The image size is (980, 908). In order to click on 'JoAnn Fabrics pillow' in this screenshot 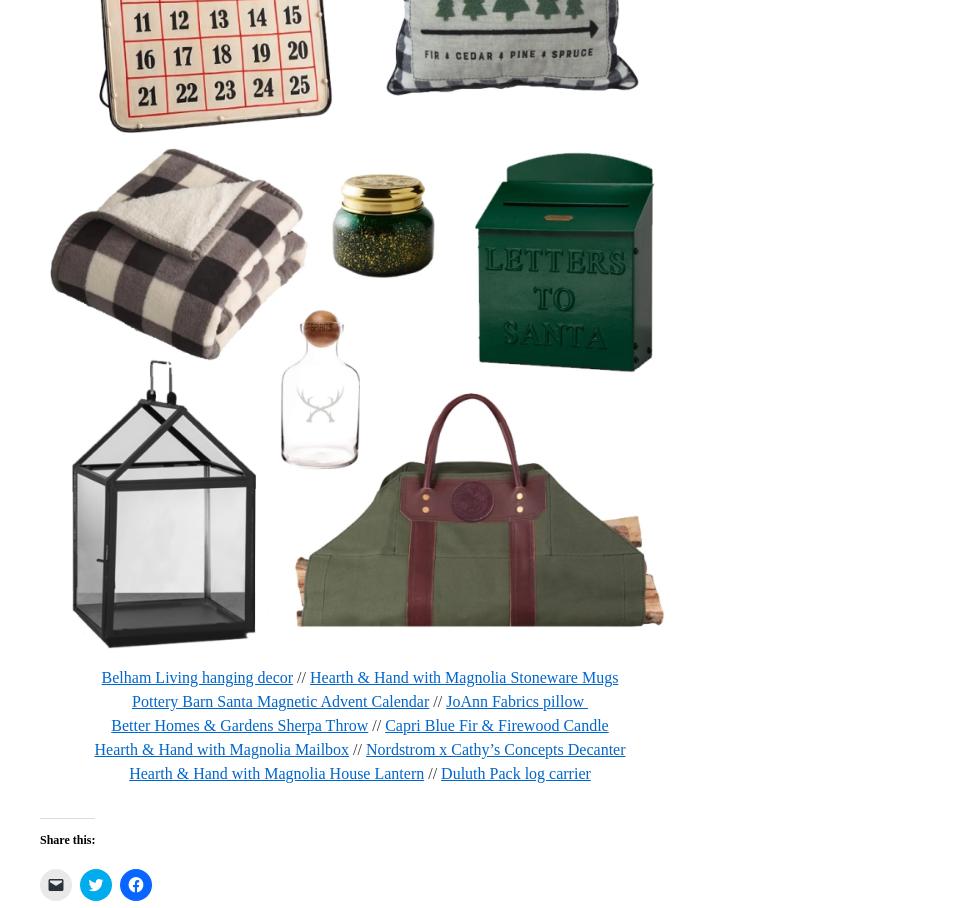, I will do `click(516, 699)`.